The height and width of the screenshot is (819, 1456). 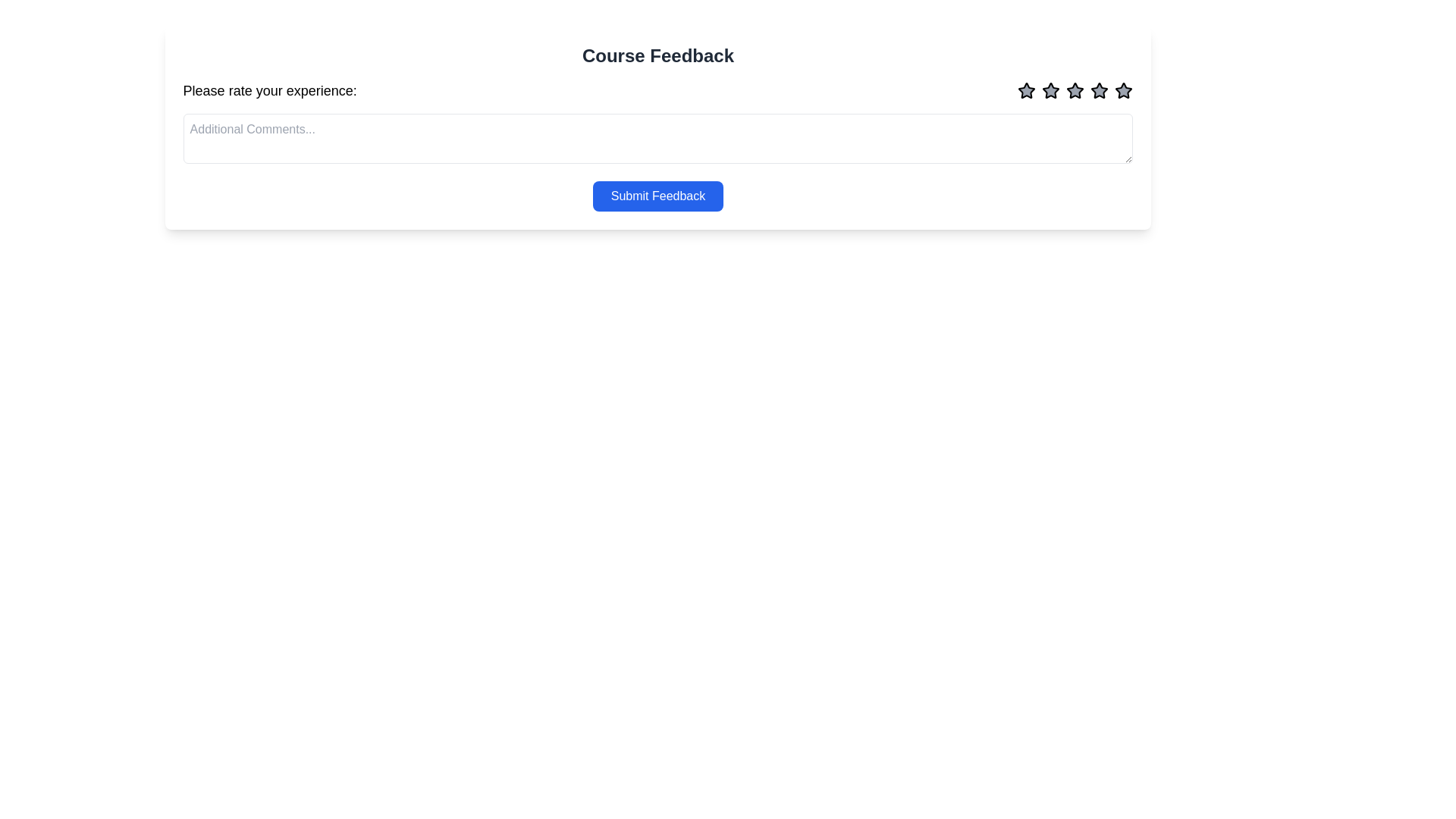 What do you see at coordinates (658, 55) in the screenshot?
I see `the prominent heading displaying 'Course Feedback' in dark gray color, which is positioned at the top of the content area` at bounding box center [658, 55].